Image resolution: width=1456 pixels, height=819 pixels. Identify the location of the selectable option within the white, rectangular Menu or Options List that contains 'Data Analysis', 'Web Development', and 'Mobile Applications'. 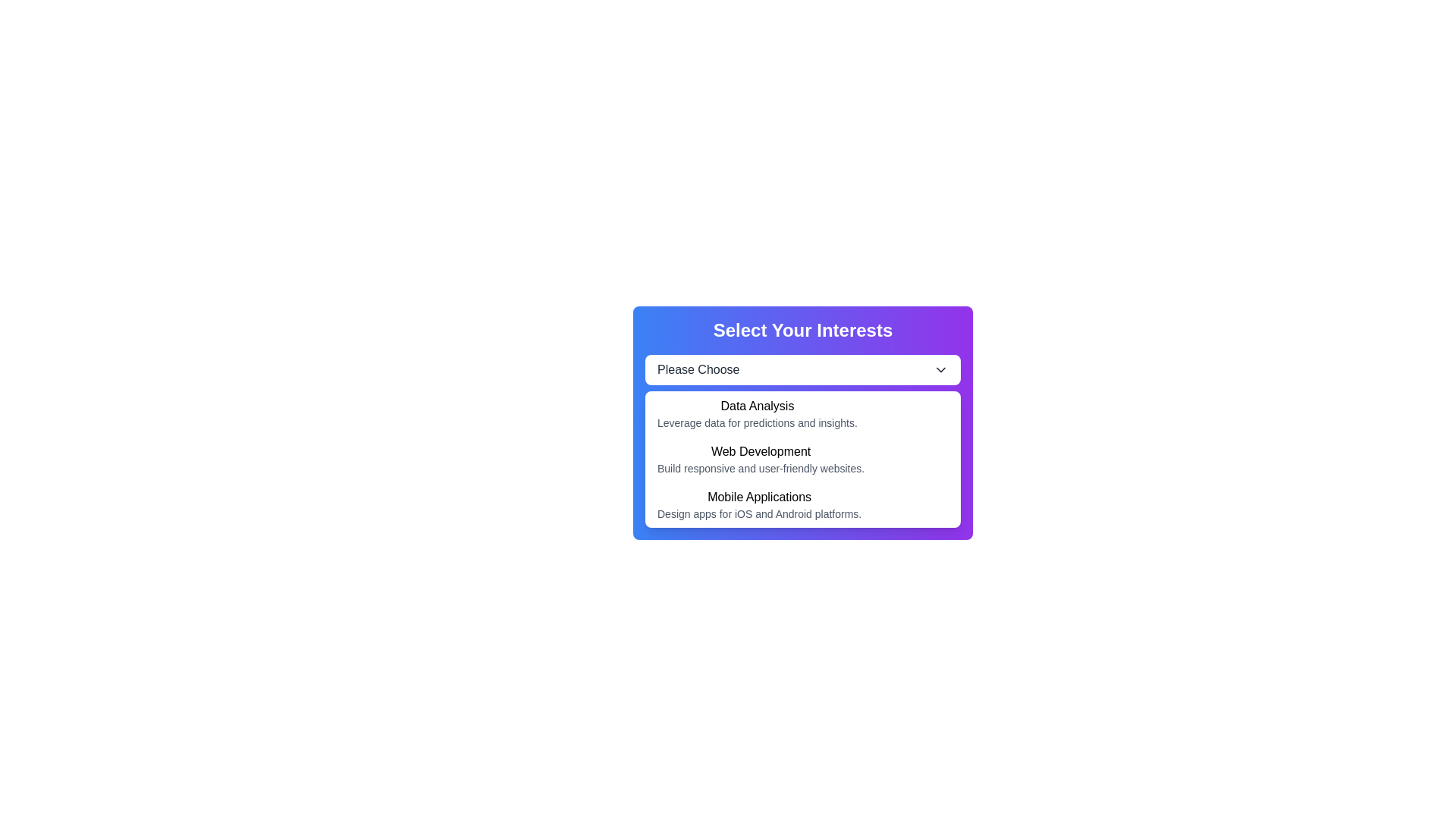
(802, 458).